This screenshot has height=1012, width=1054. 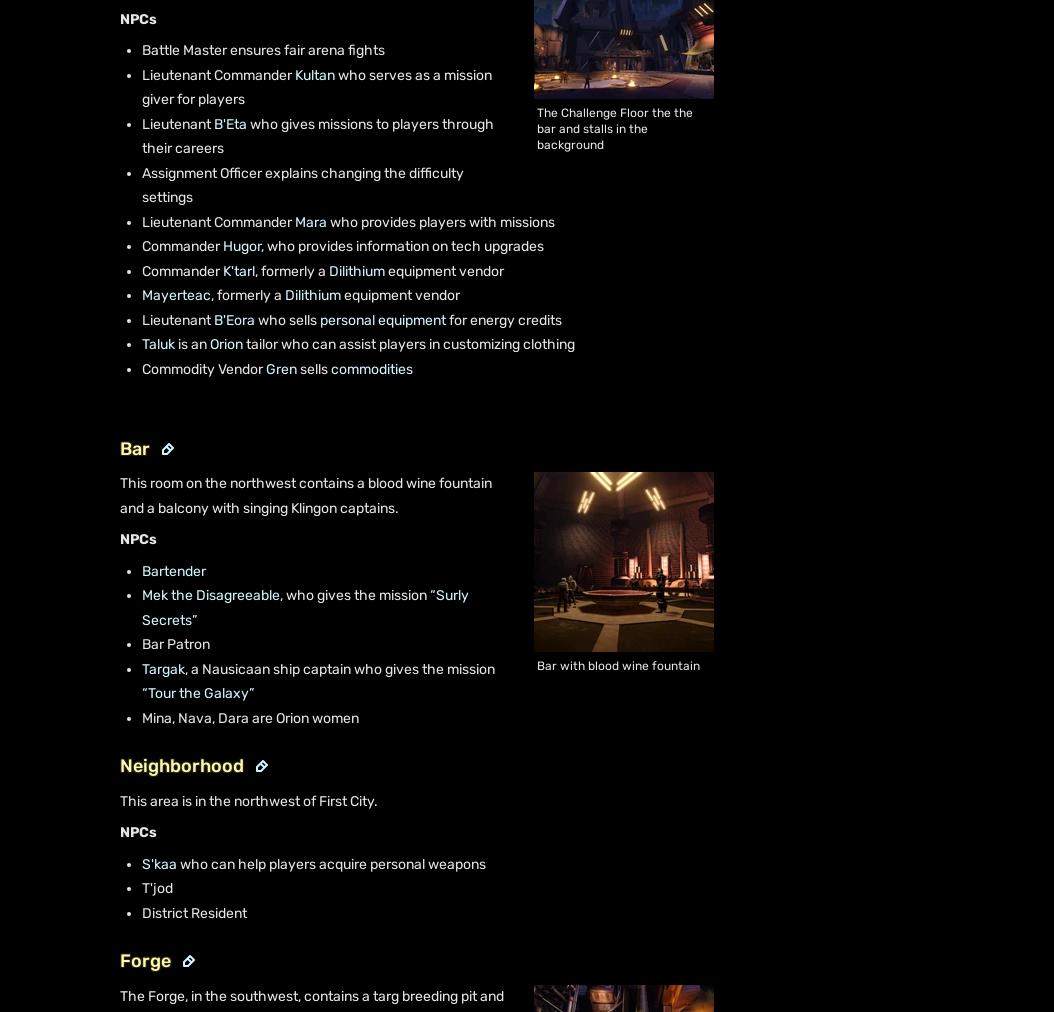 I want to click on 'Terms of Use', so click(x=357, y=27).